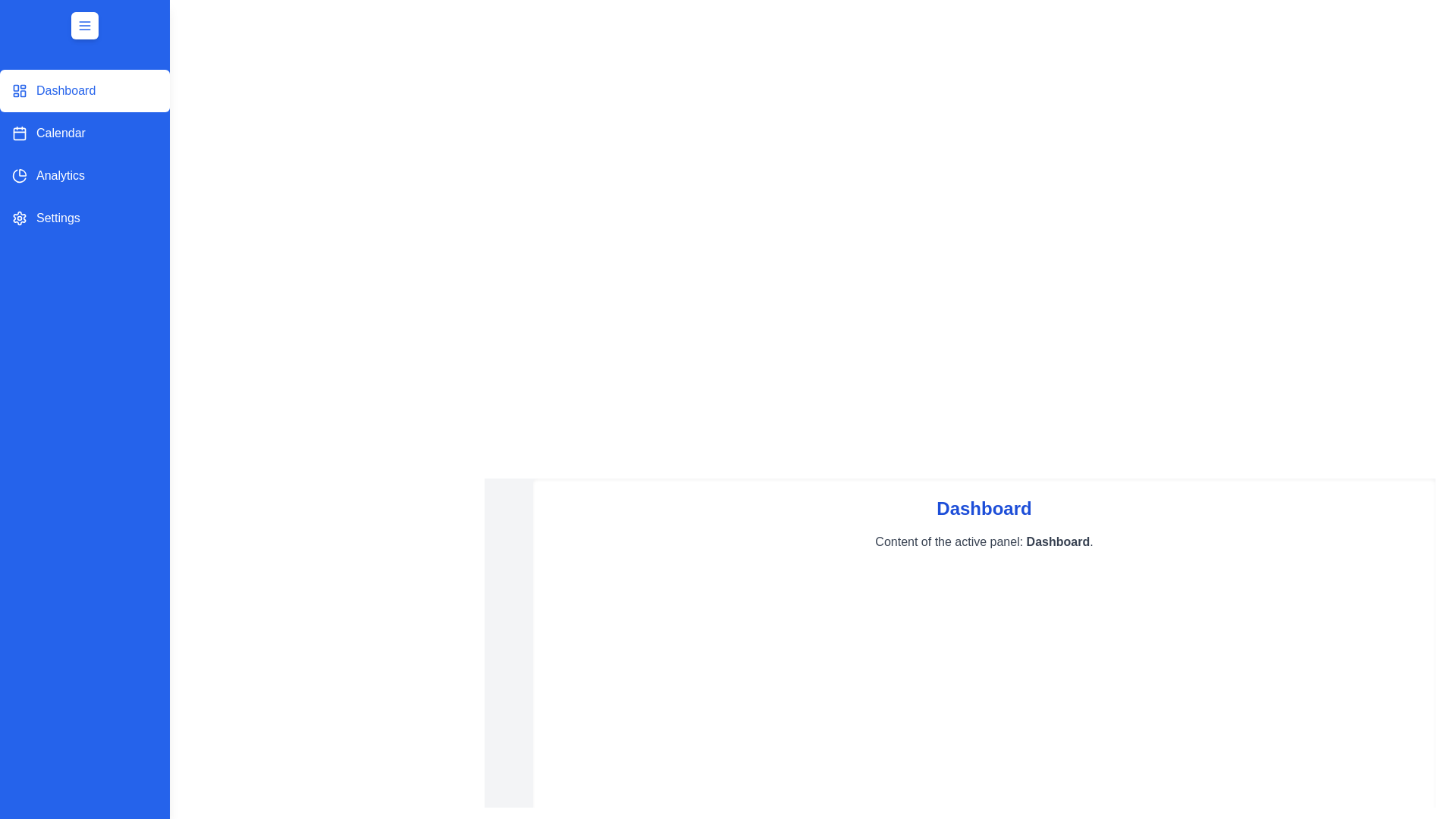  What do you see at coordinates (83, 174) in the screenshot?
I see `the panel labeled Analytics in the sidebar` at bounding box center [83, 174].